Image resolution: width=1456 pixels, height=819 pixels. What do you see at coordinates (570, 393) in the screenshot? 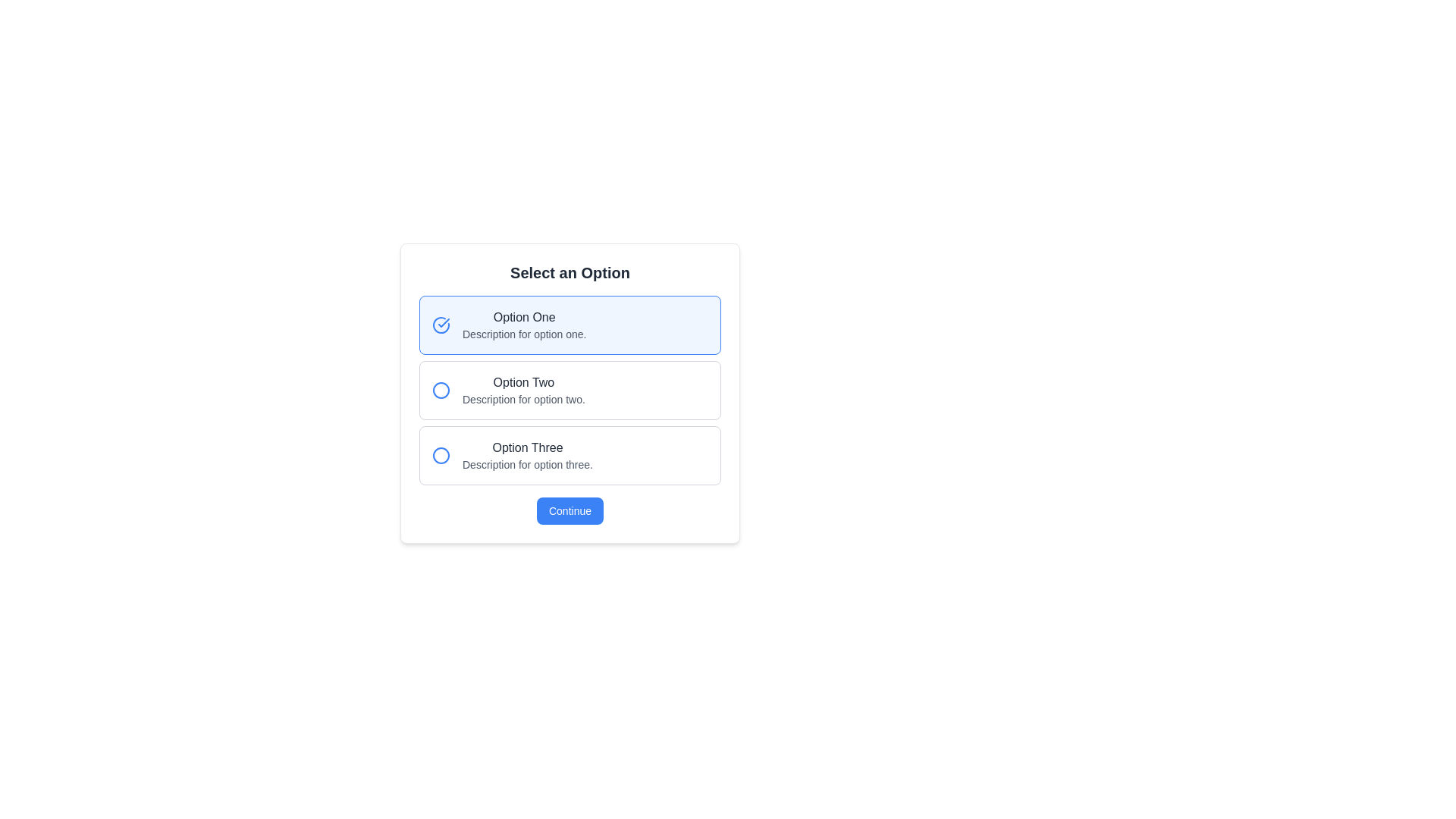
I see `the radio-button option within the unique bordered card` at bounding box center [570, 393].